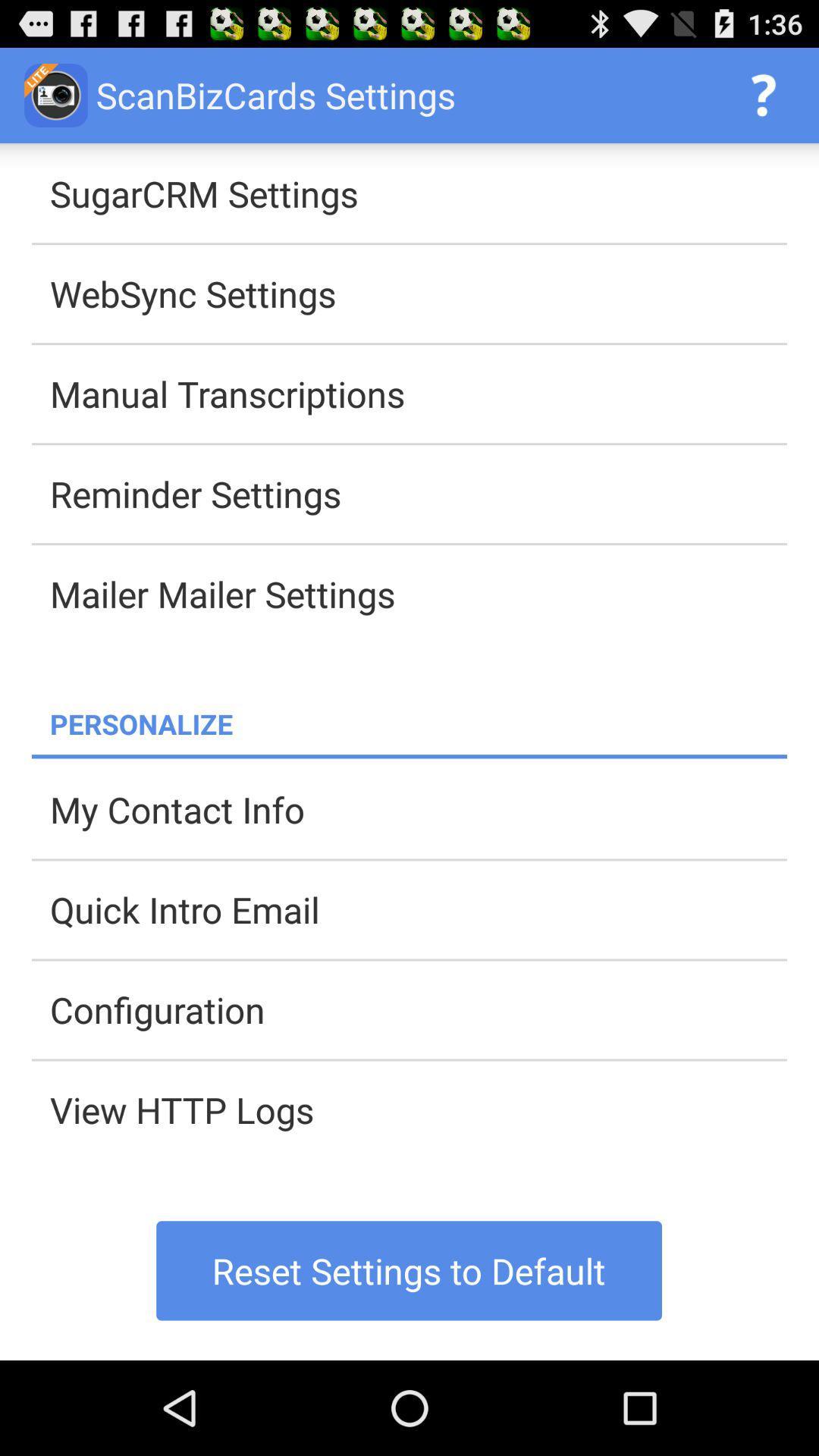 This screenshot has width=819, height=1456. What do you see at coordinates (418, 723) in the screenshot?
I see `the personalize` at bounding box center [418, 723].